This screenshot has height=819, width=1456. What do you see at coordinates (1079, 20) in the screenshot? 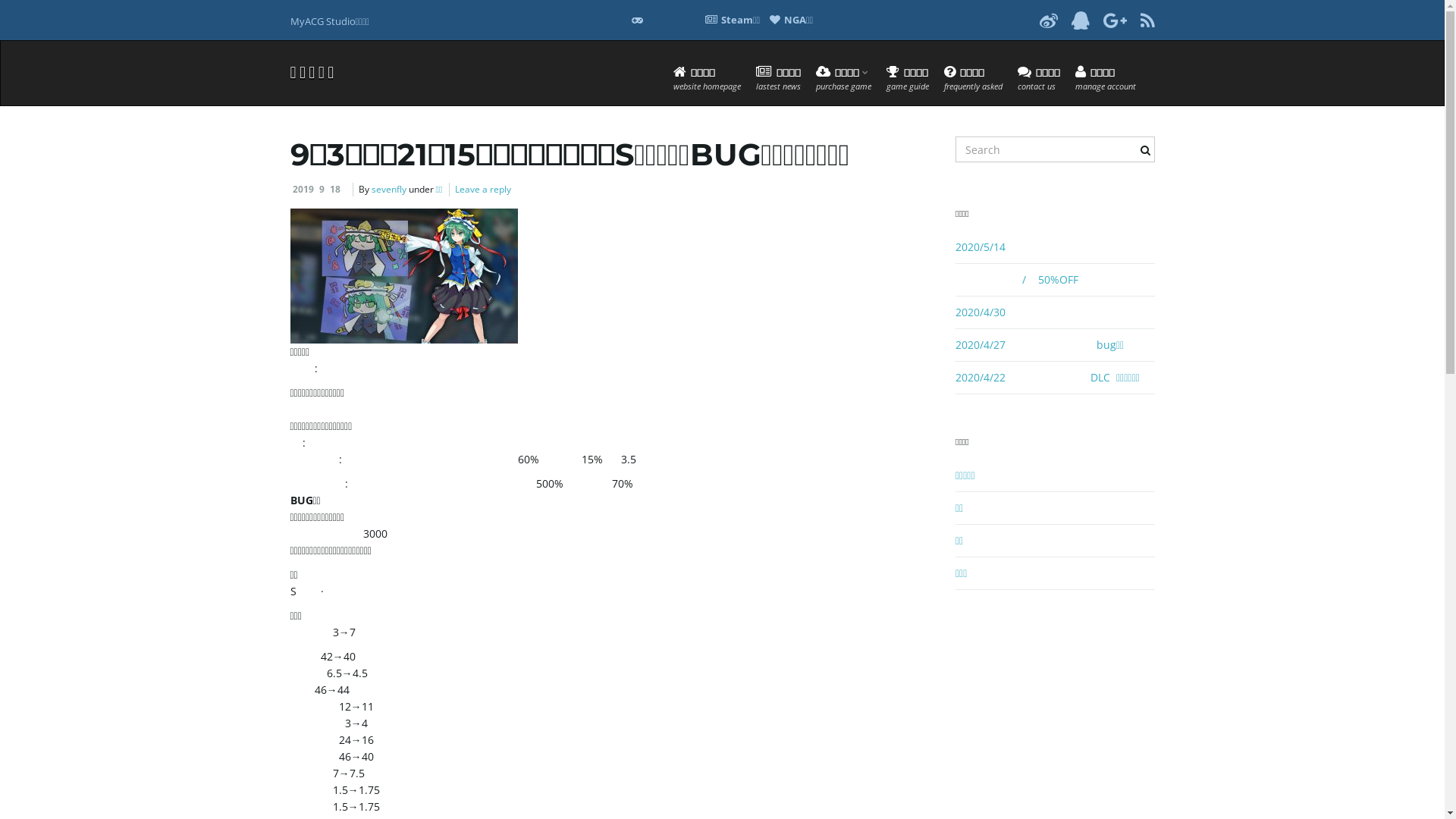
I see `'Dribble'` at bounding box center [1079, 20].